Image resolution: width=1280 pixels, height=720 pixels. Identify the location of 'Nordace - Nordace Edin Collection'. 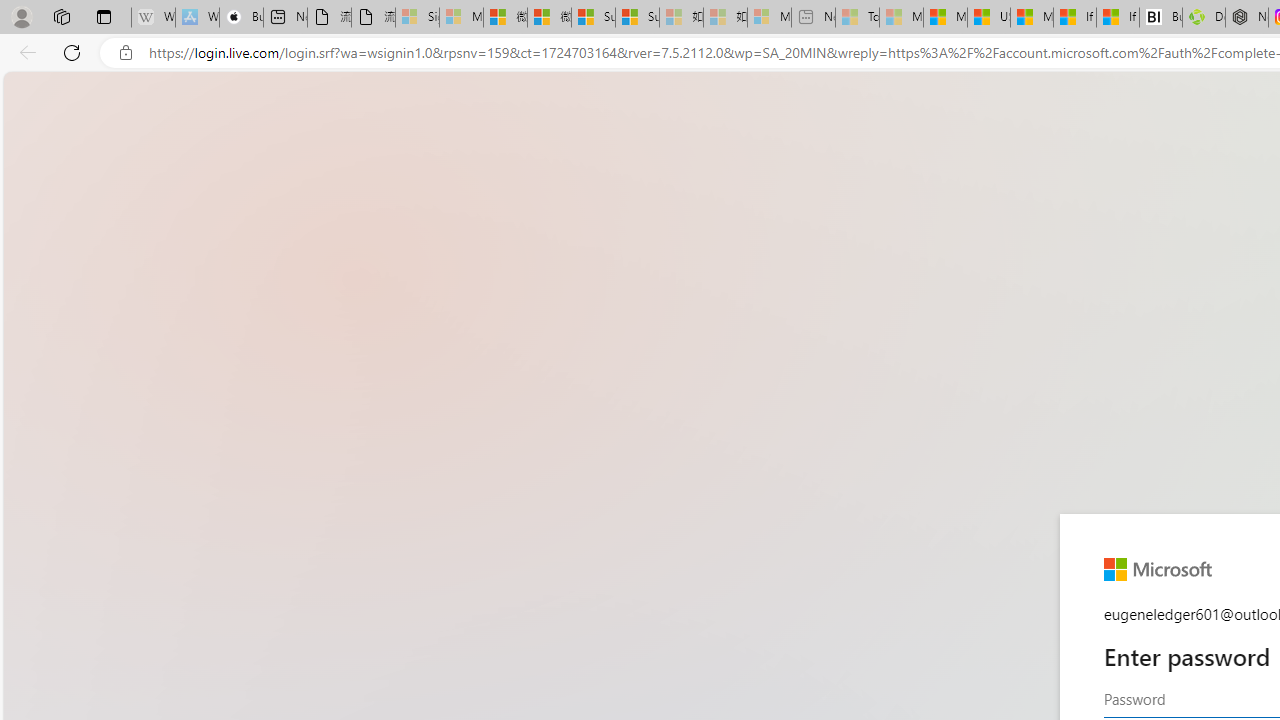
(1246, 17).